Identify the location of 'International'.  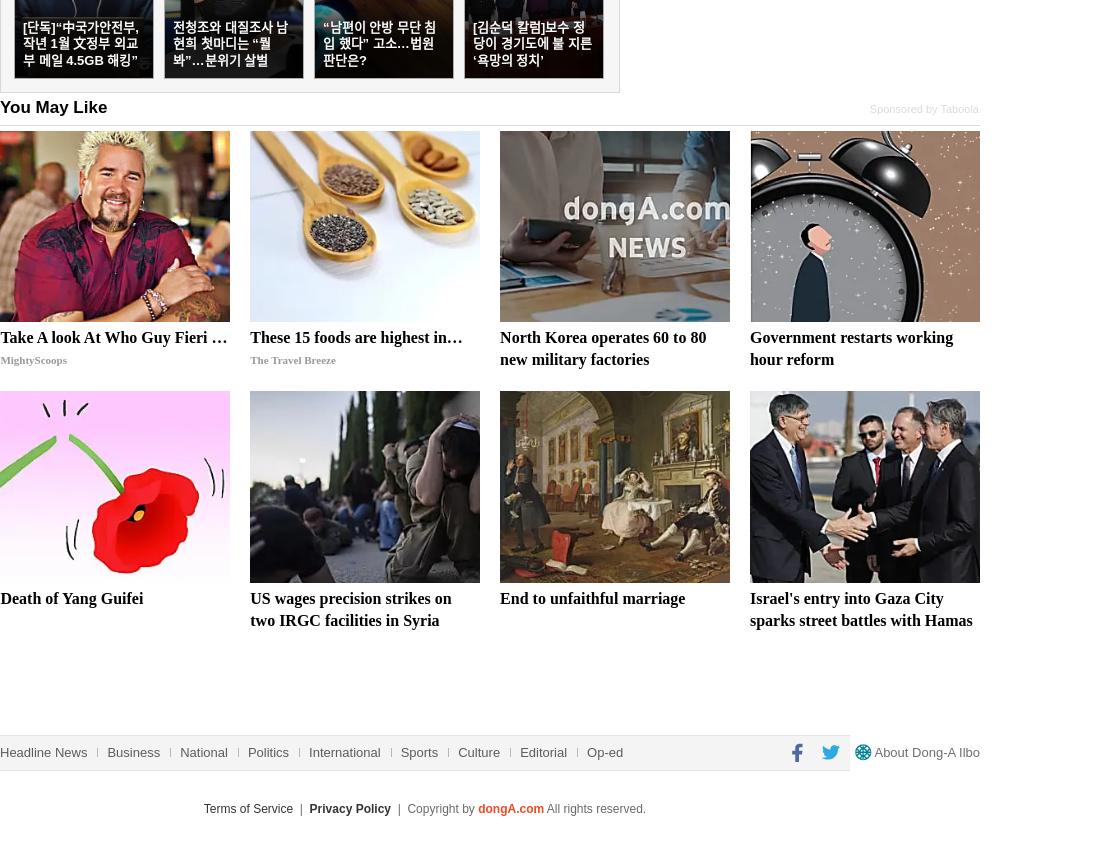
(343, 750).